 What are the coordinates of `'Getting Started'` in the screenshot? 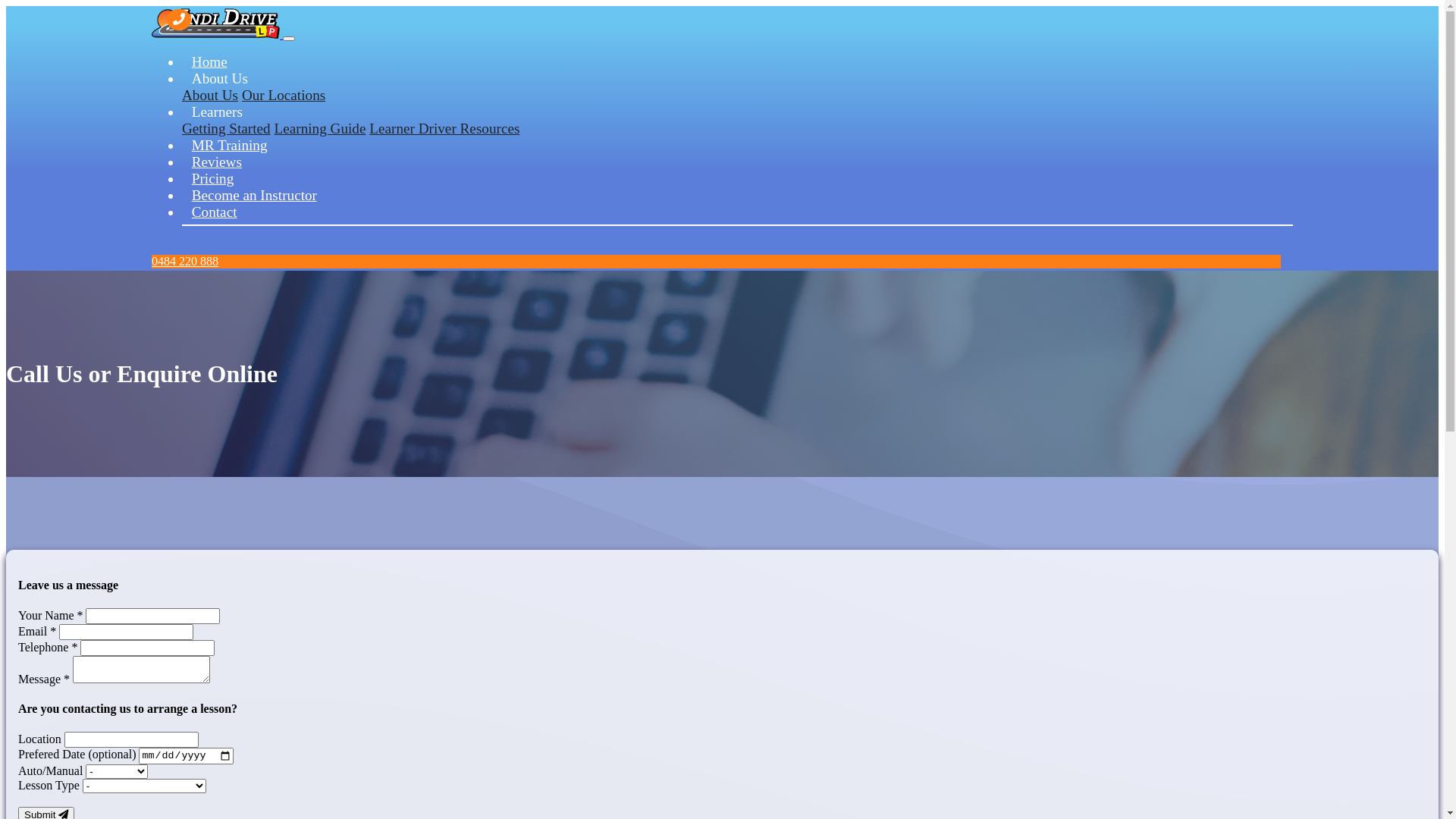 It's located at (225, 127).